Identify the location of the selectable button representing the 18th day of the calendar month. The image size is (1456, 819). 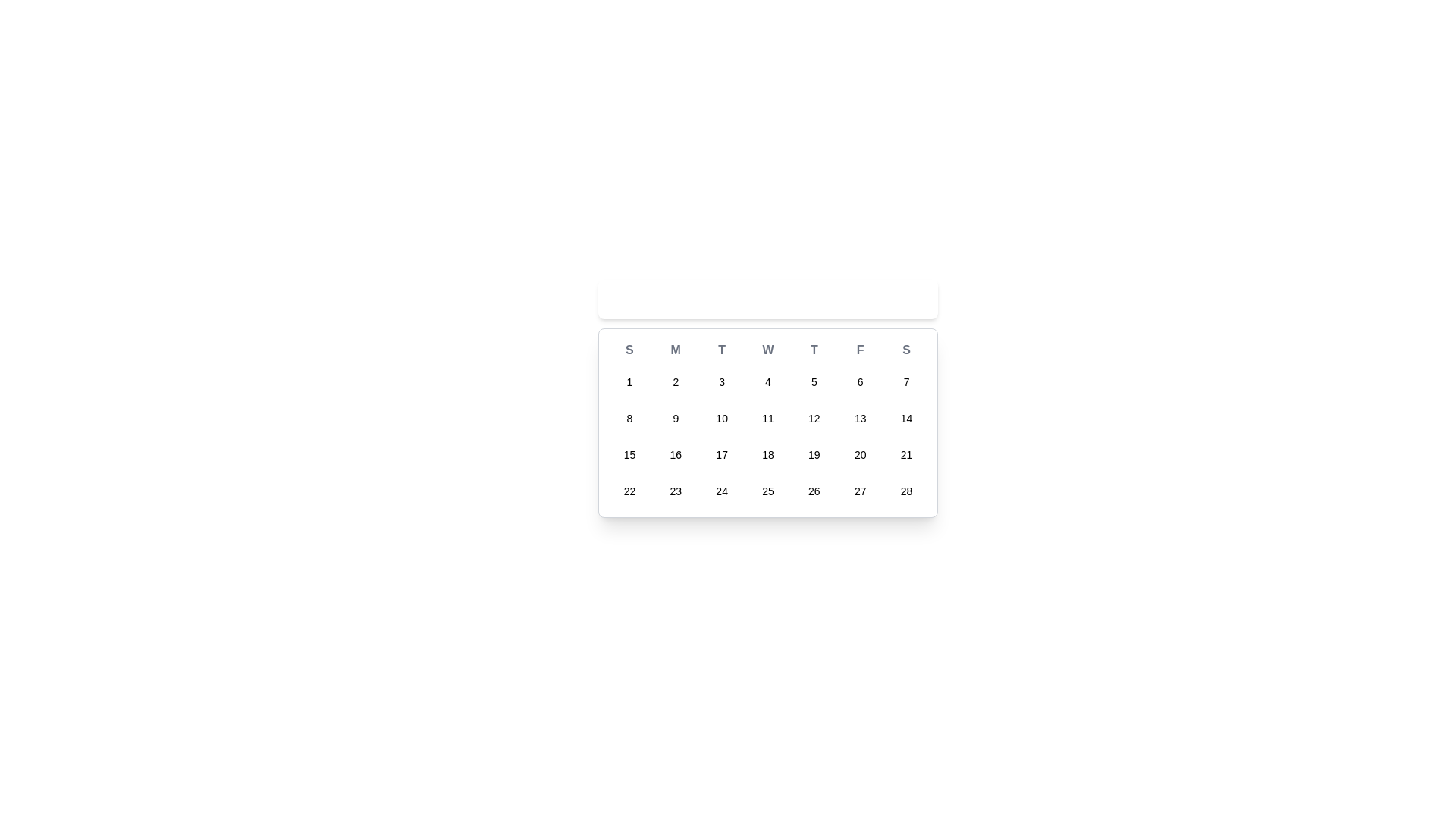
(767, 454).